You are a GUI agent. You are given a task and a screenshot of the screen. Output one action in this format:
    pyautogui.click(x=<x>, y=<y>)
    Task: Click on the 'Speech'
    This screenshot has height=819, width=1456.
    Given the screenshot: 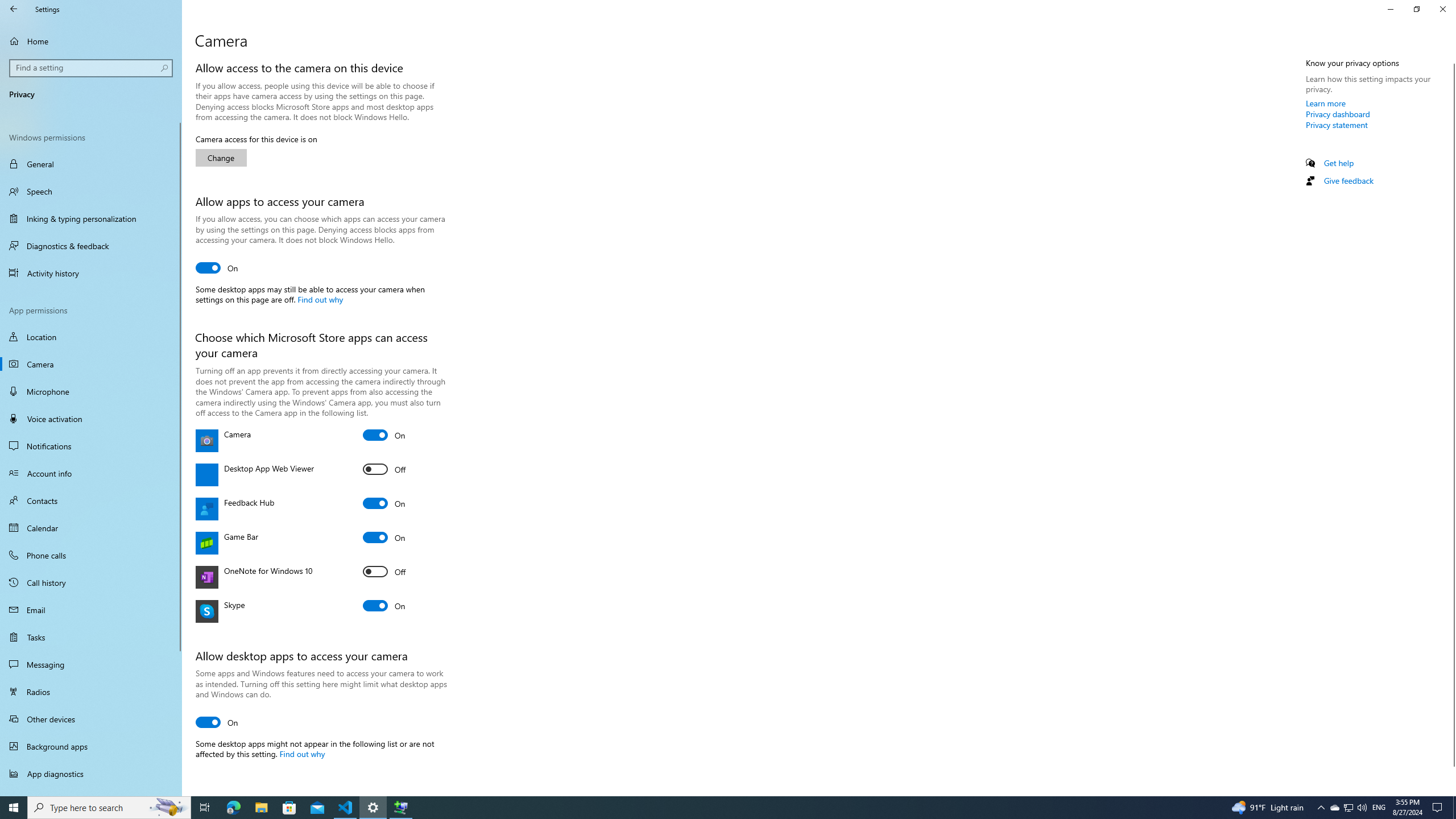 What is the action you would take?
    pyautogui.click(x=90, y=191)
    